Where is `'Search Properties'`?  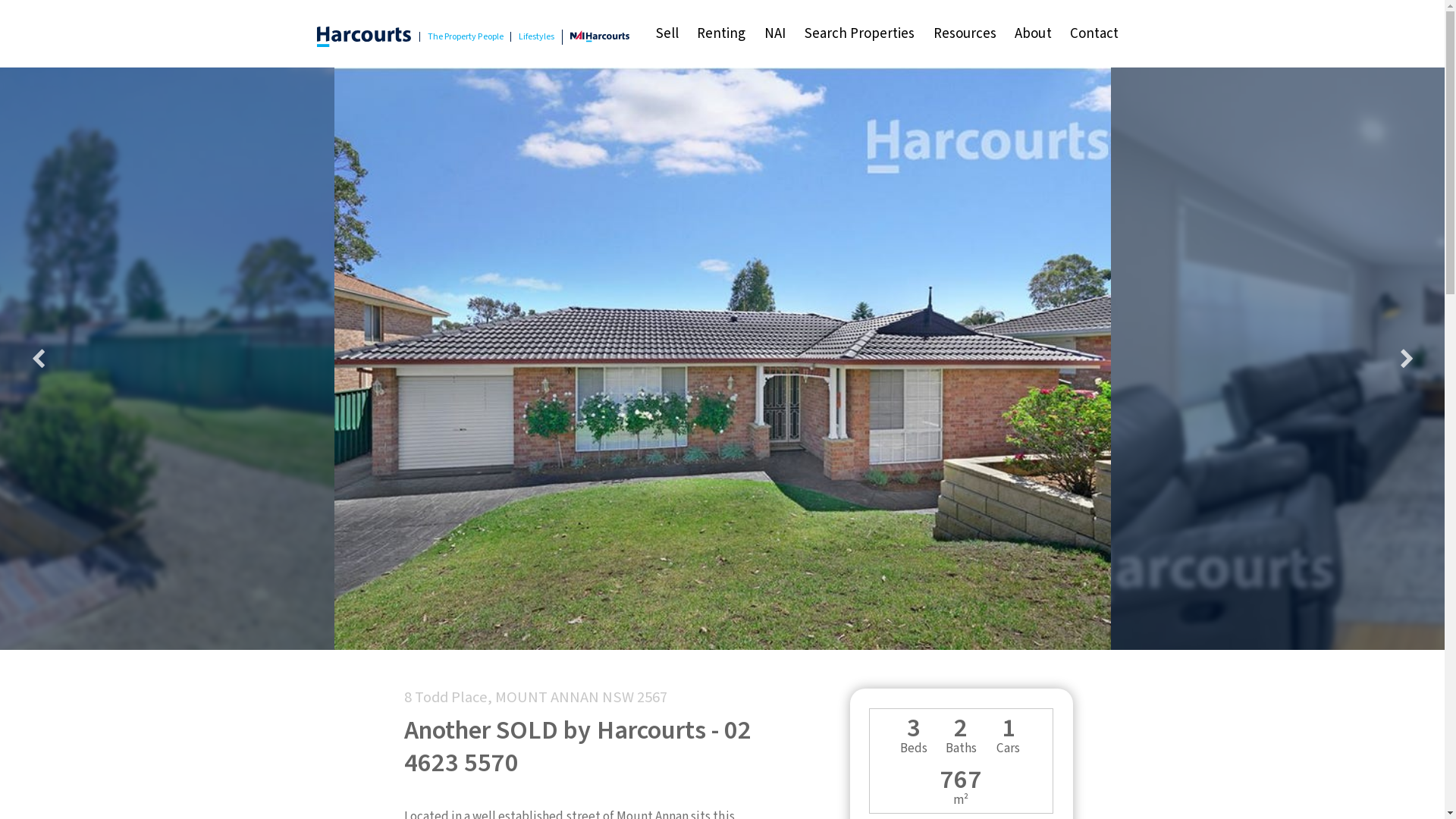
'Search Properties' is located at coordinates (858, 34).